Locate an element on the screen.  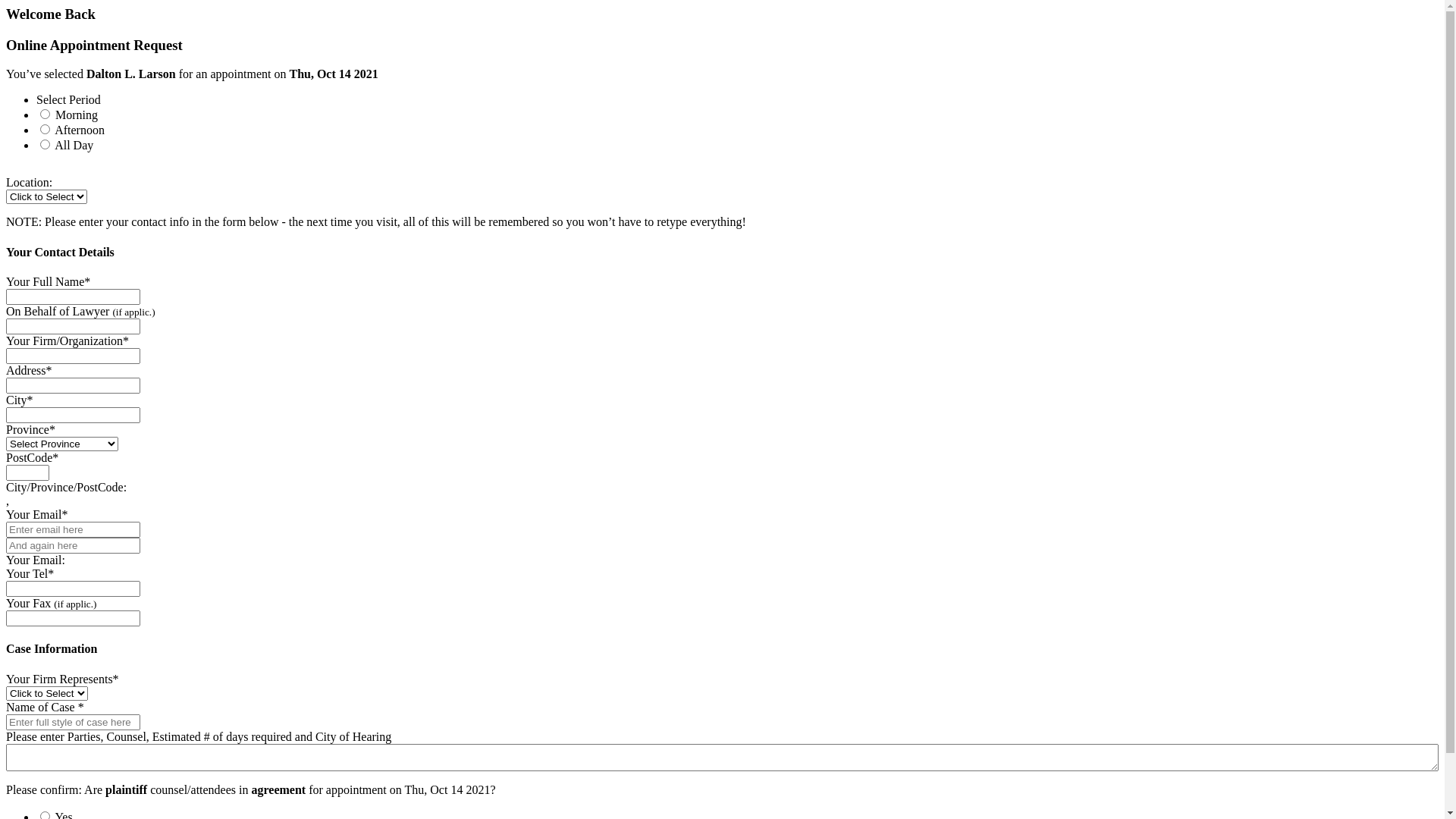
'Please enter valid PostCode!' is located at coordinates (6, 472).